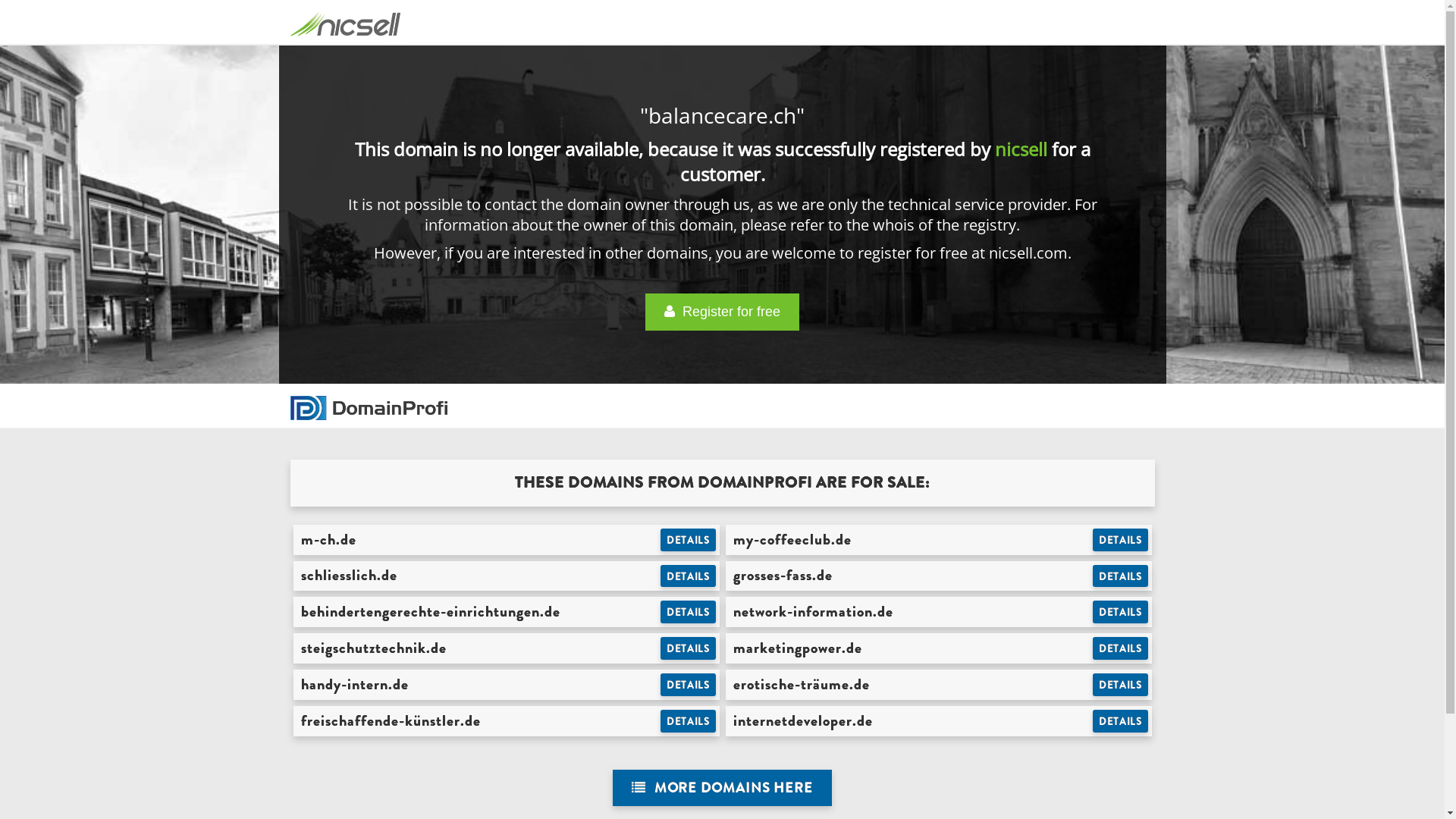 This screenshot has height=819, width=1456. What do you see at coordinates (687, 576) in the screenshot?
I see `'DETAILS'` at bounding box center [687, 576].